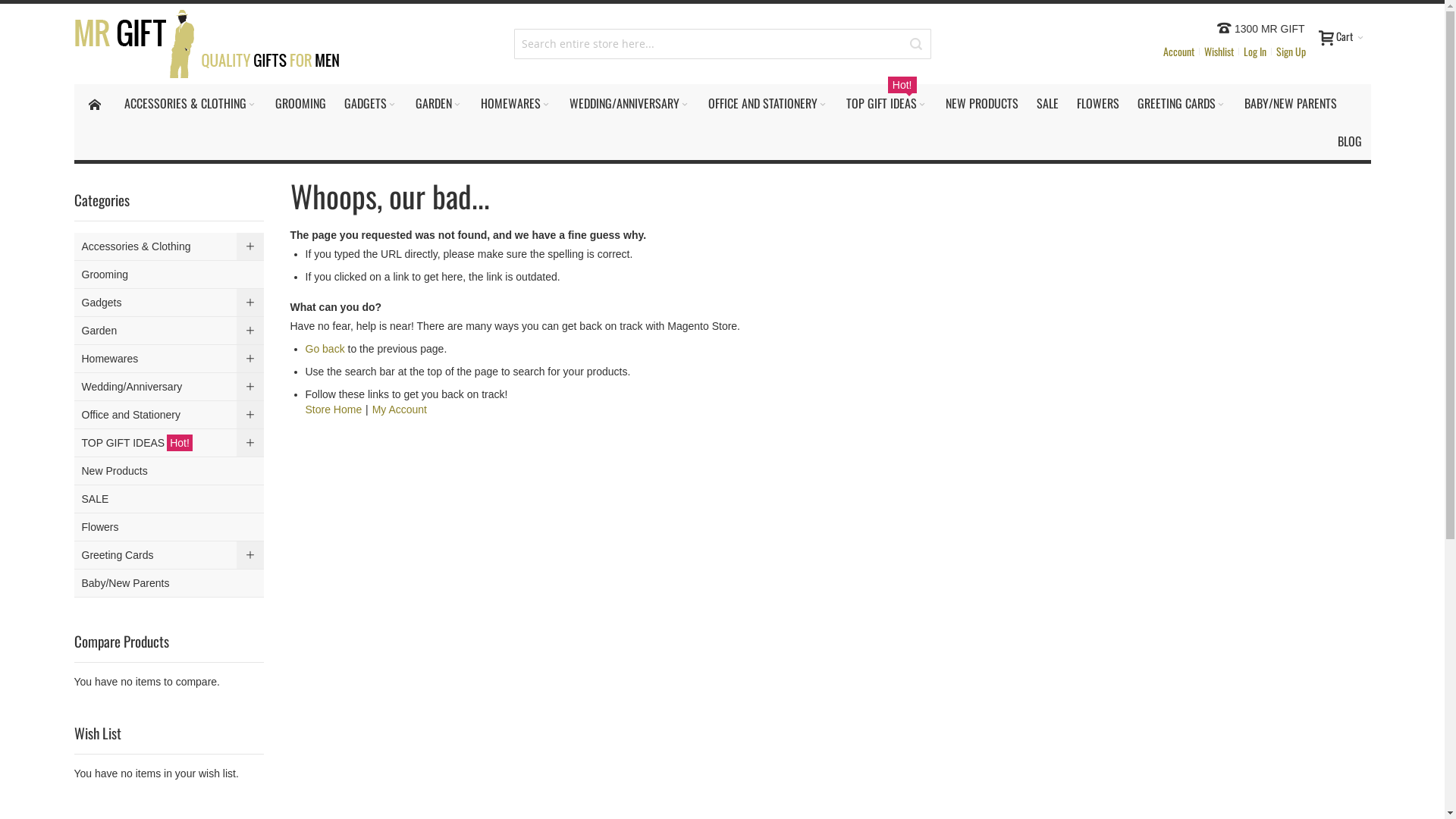  What do you see at coordinates (206, 42) in the screenshot?
I see `'Mr Gift'` at bounding box center [206, 42].